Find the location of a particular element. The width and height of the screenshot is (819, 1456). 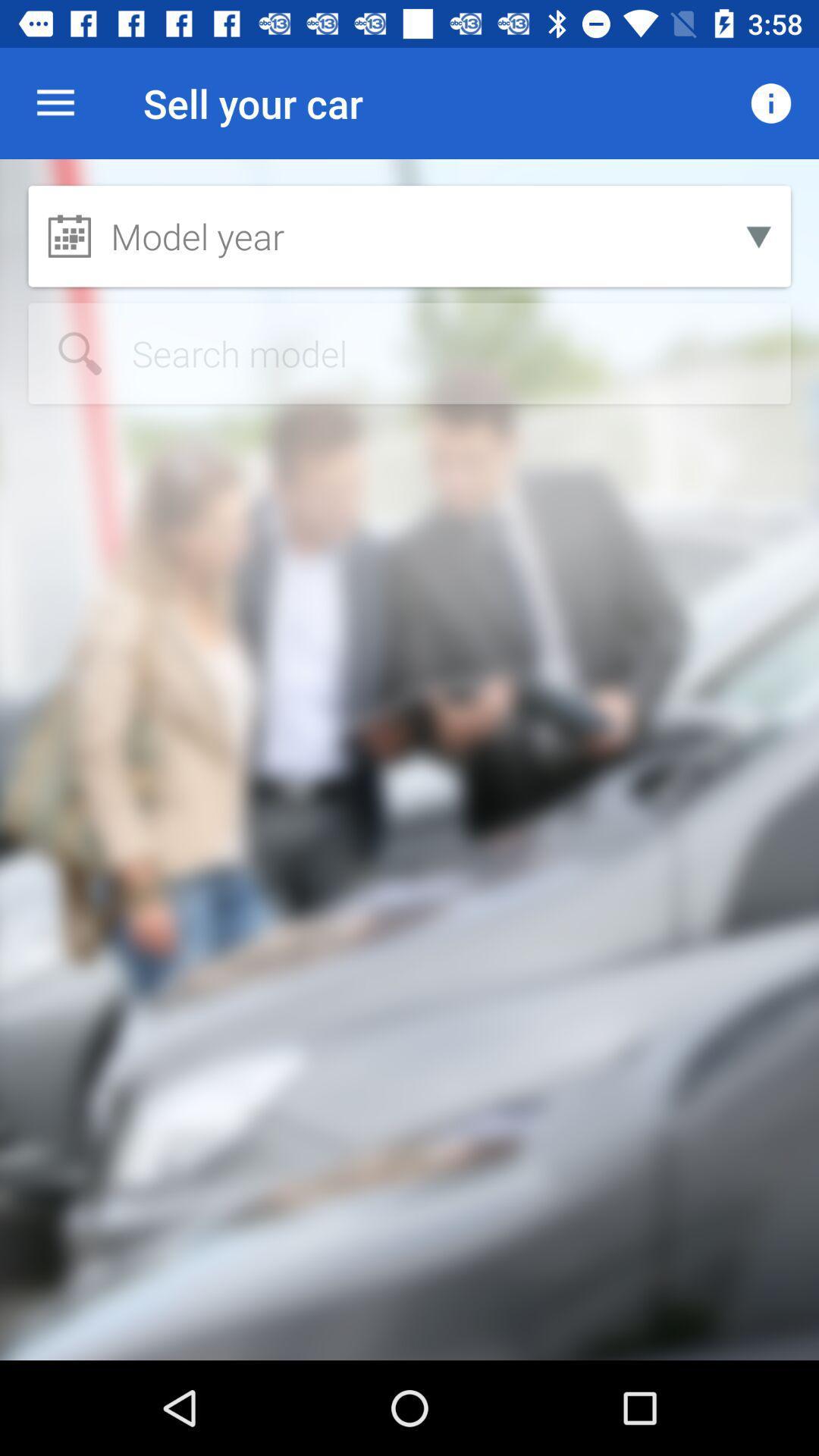

go back is located at coordinates (409, 353).